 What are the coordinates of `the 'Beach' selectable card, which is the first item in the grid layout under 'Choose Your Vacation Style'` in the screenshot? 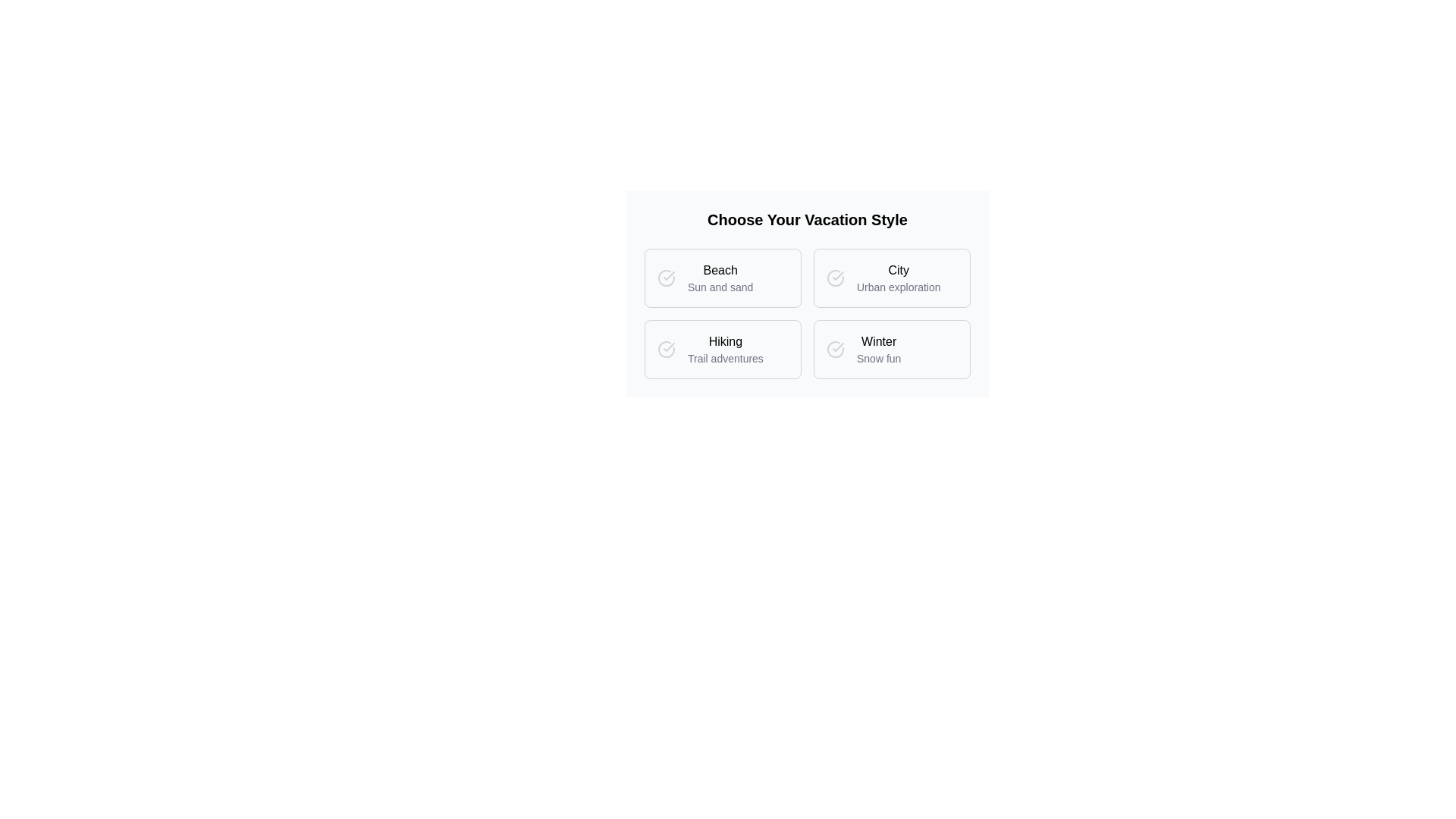 It's located at (722, 278).